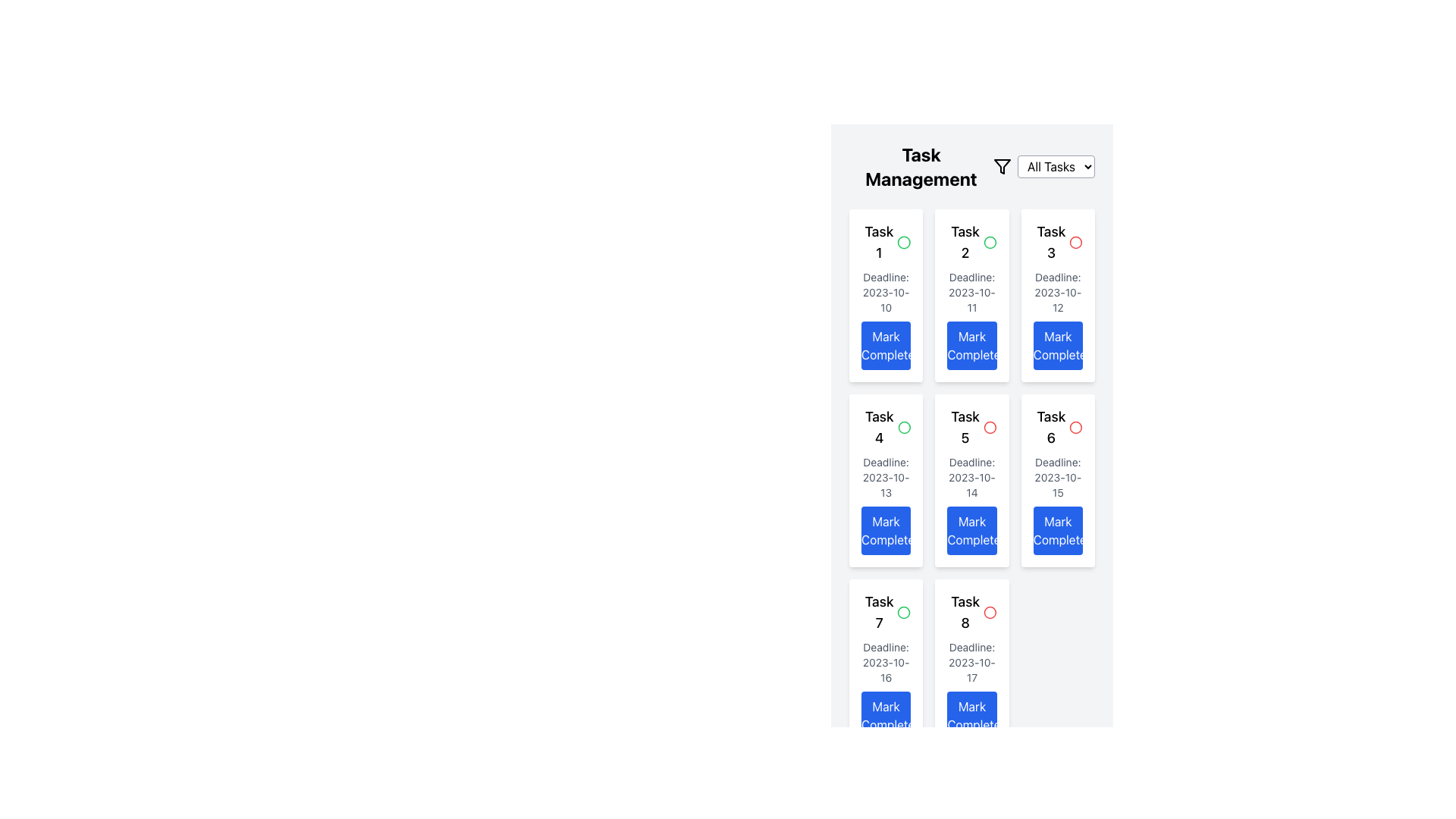  I want to click on the header text label that indicates the purpose of the task management section, located at the top-left of the interface, above the options 'All Tasks,' 'Work,' and 'Personal.', so click(920, 166).